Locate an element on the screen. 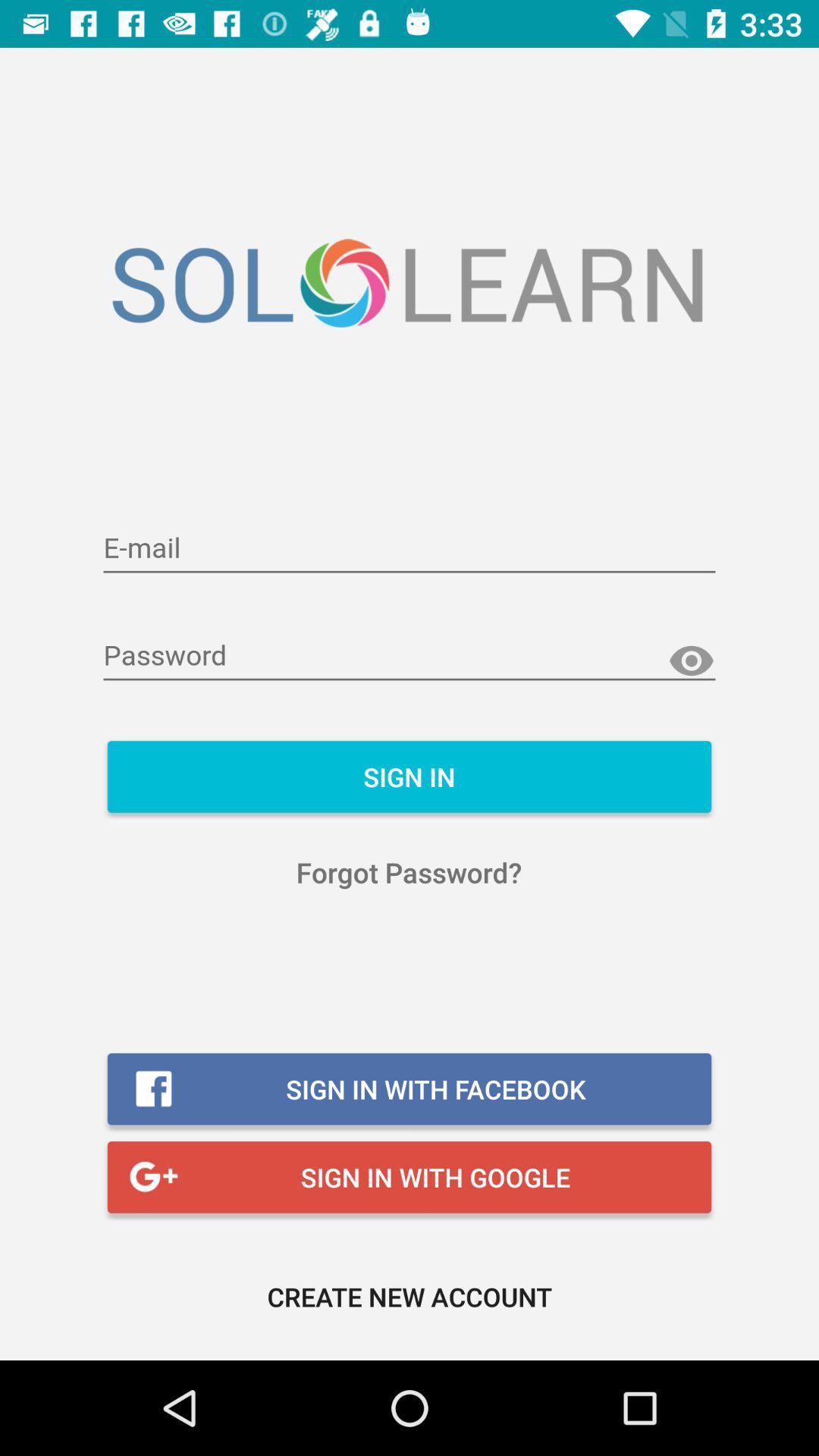 This screenshot has width=819, height=1456. place for enter email id is located at coordinates (409, 548).